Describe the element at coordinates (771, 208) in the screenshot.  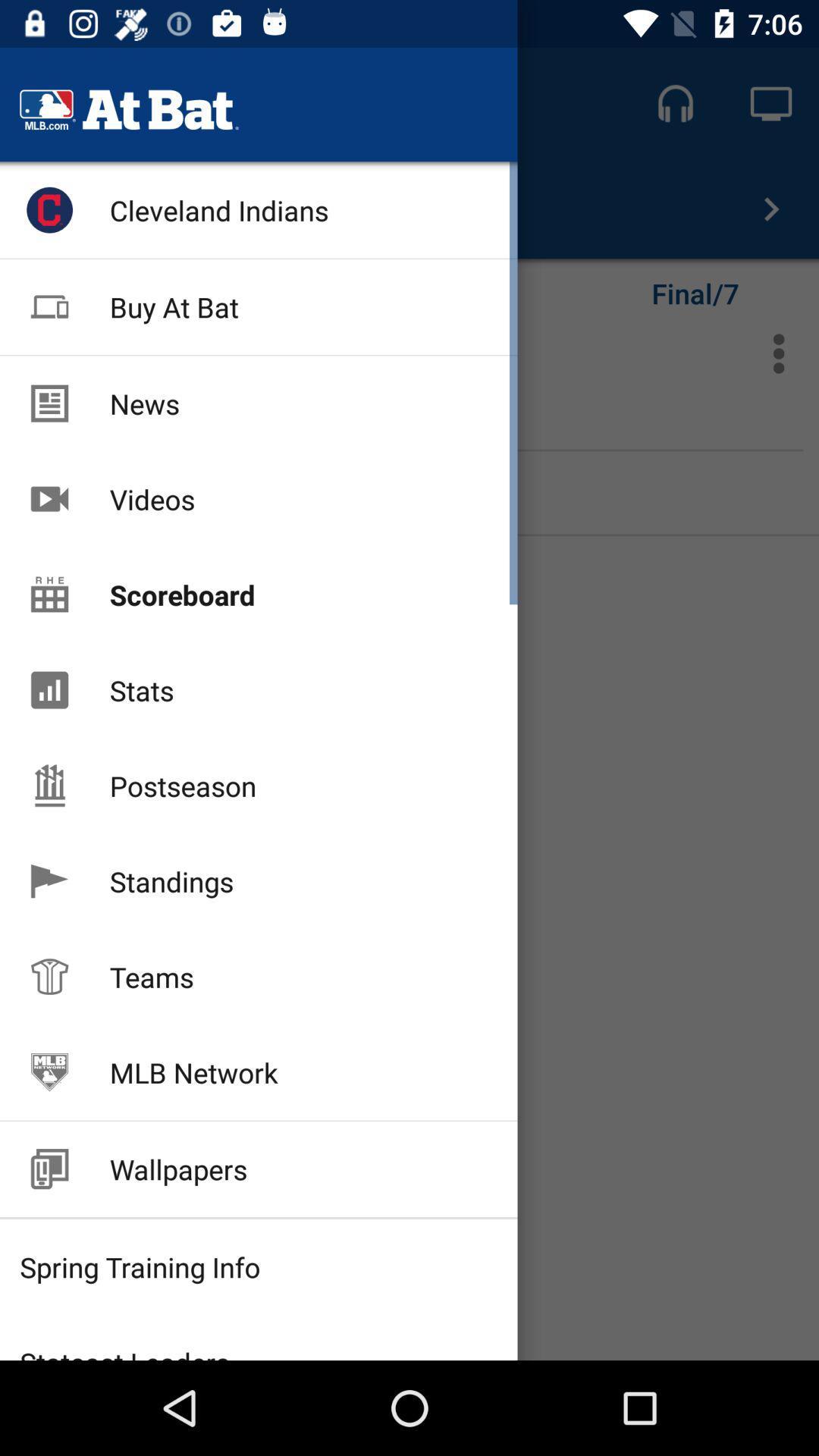
I see `the arrow_forward icon` at that location.